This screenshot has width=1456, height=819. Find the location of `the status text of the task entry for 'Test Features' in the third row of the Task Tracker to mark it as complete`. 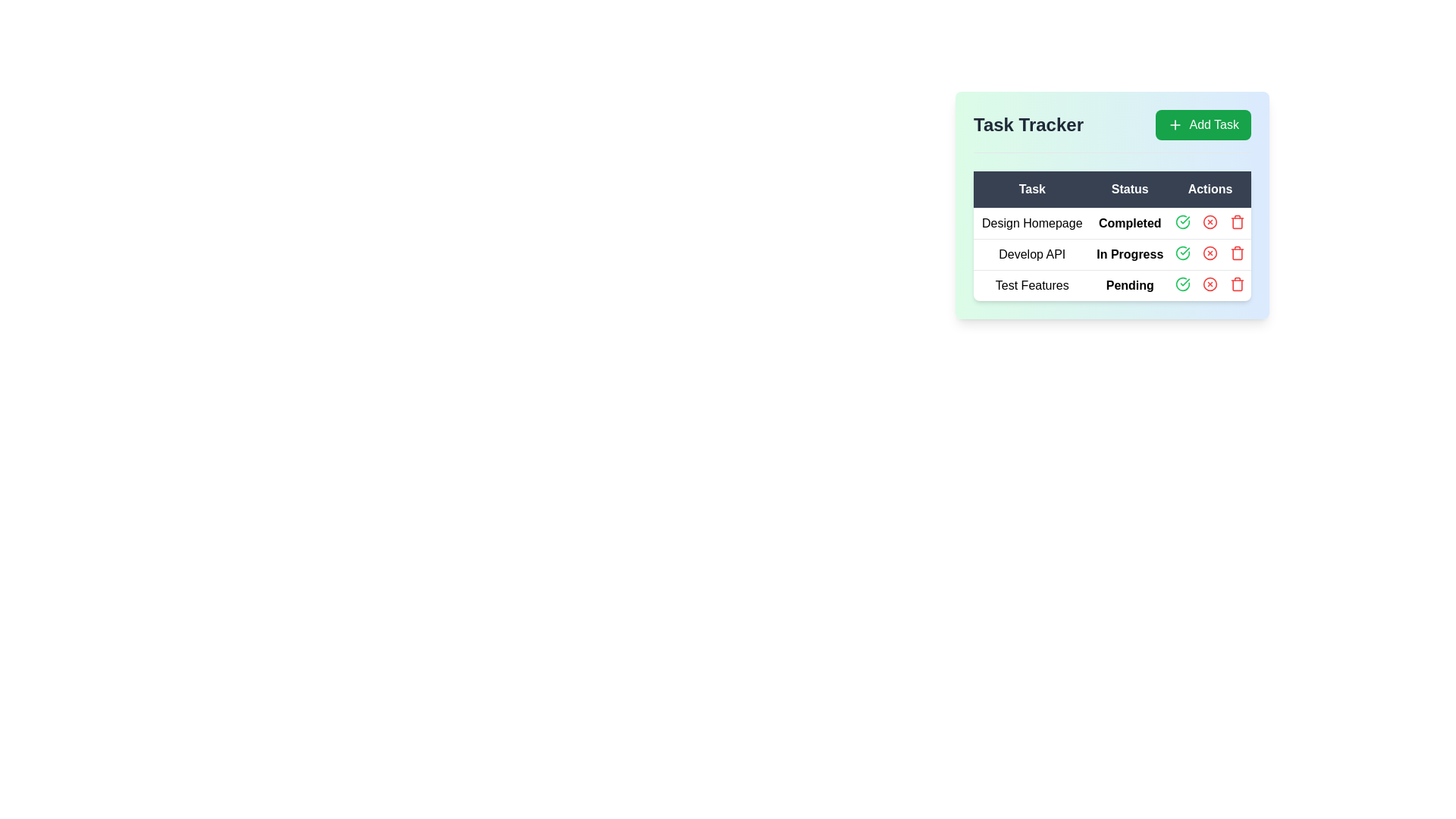

the status text of the task entry for 'Test Features' in the third row of the Task Tracker to mark it as complete is located at coordinates (1112, 284).